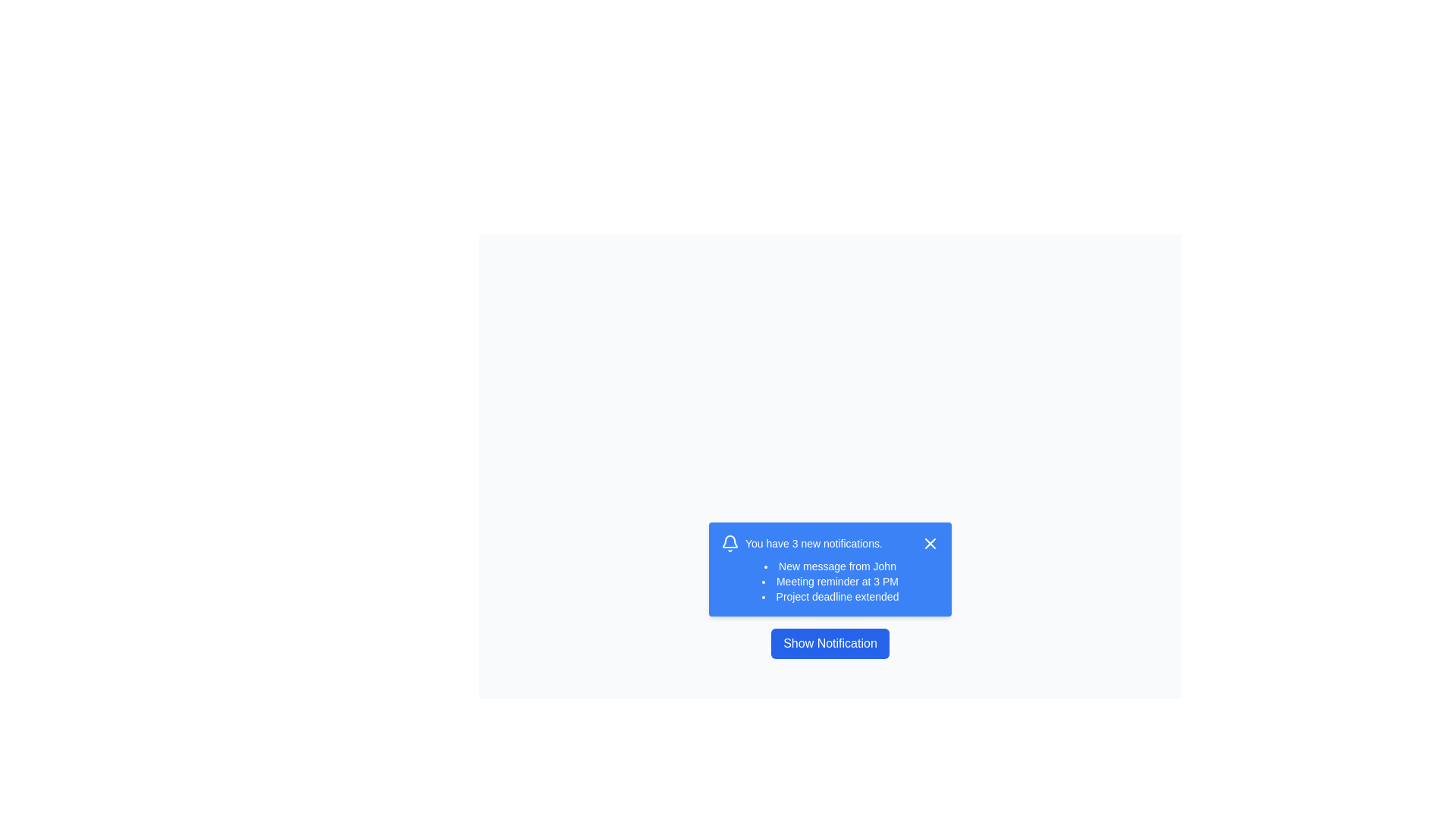  Describe the element at coordinates (829, 566) in the screenshot. I see `the first textual list item displaying 'New message from John' in the blue notification box` at that location.